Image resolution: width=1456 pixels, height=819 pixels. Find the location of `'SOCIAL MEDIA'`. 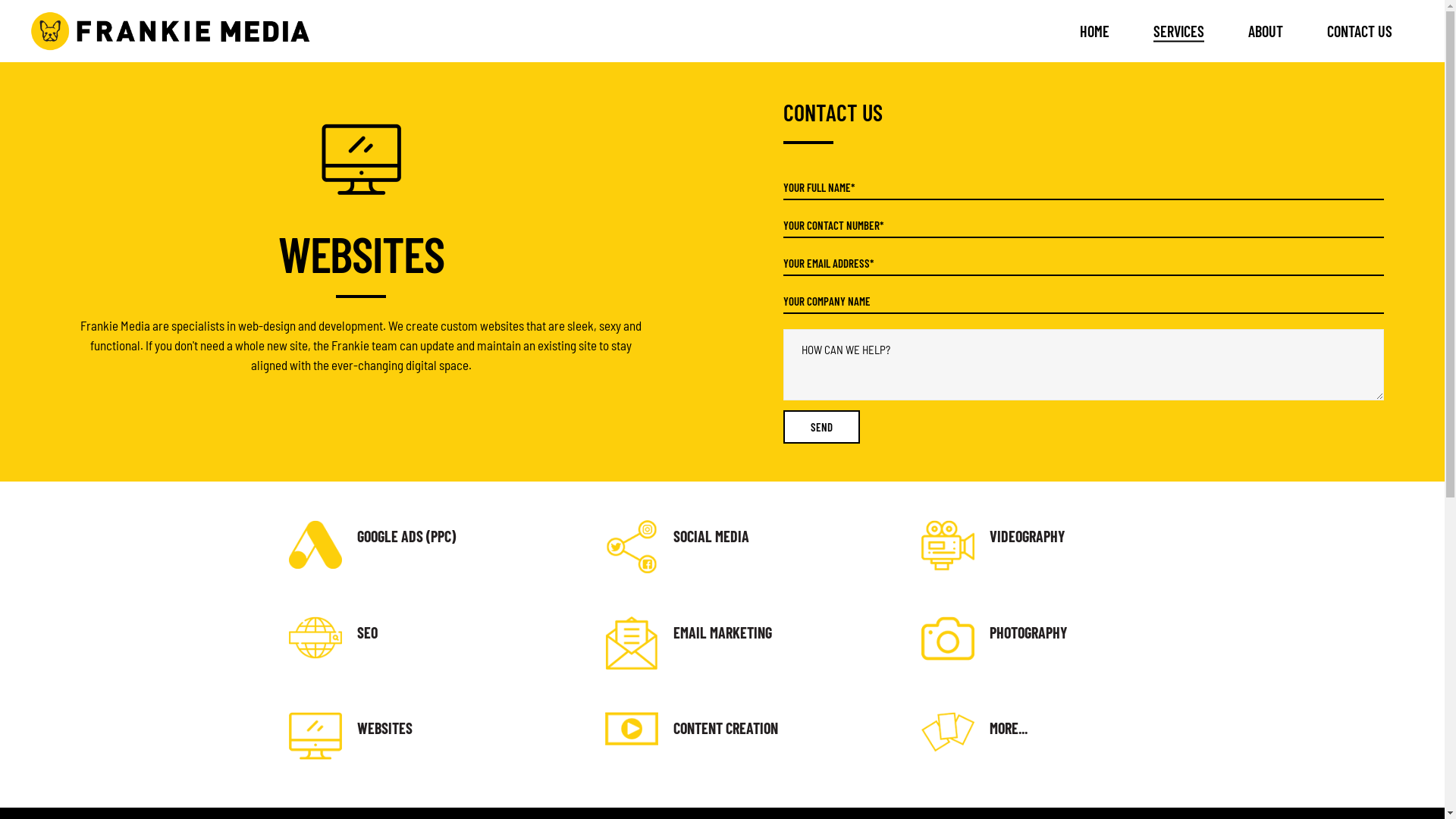

'SOCIAL MEDIA' is located at coordinates (710, 535).